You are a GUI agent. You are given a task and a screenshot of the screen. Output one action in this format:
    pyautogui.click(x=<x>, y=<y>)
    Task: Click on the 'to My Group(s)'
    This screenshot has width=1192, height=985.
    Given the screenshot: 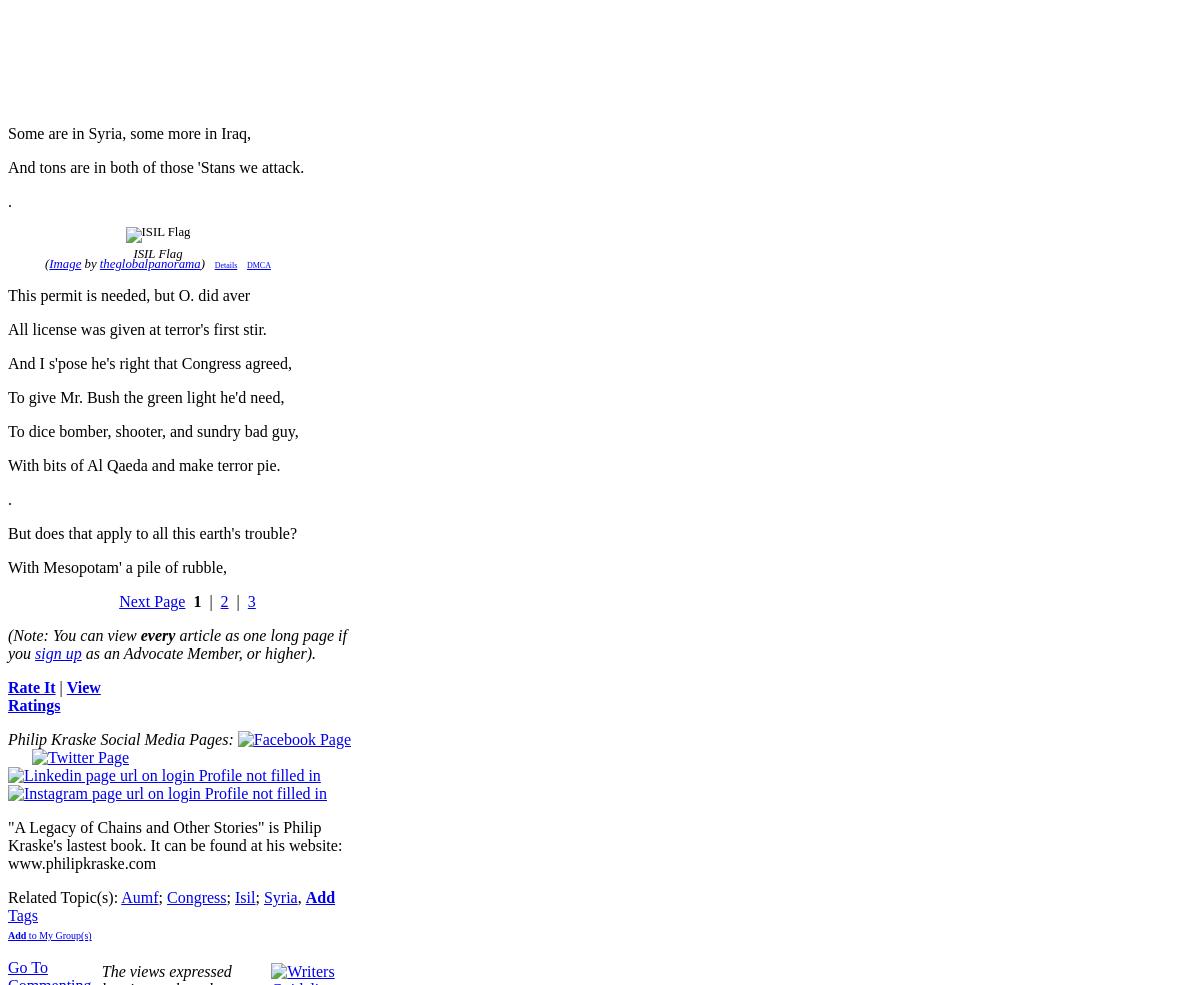 What is the action you would take?
    pyautogui.click(x=57, y=935)
    